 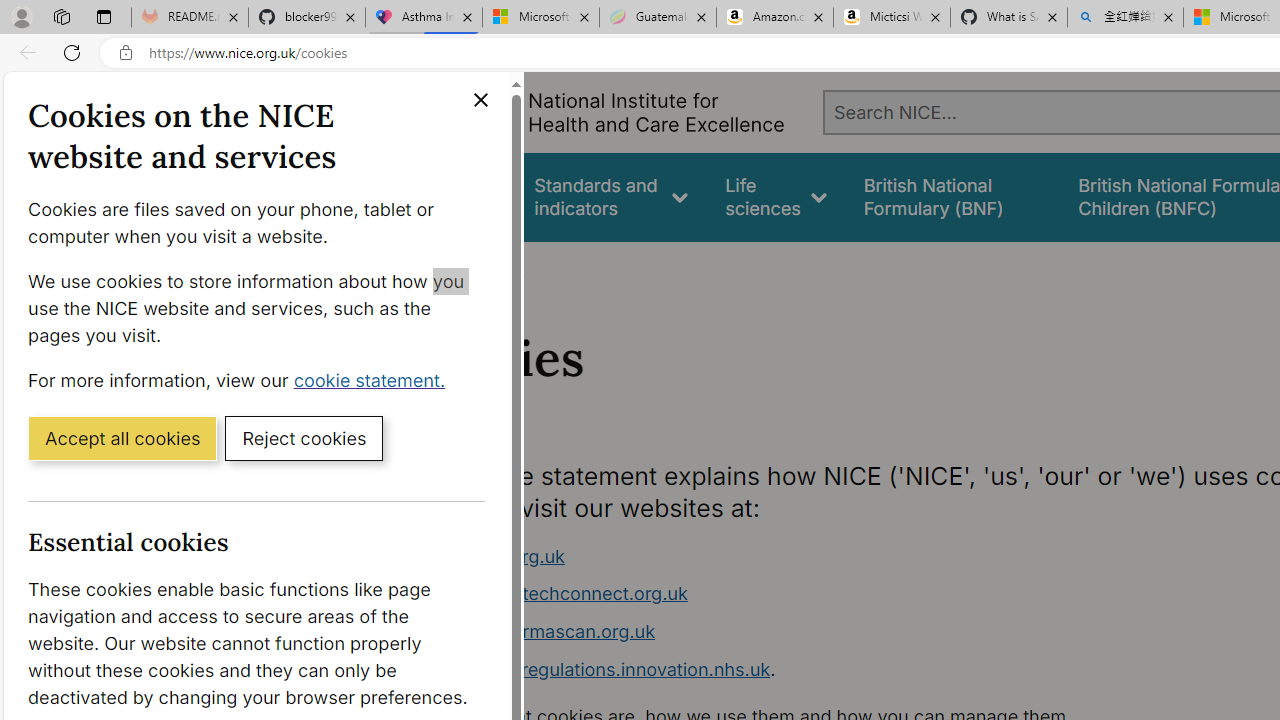 I want to click on 'Accept all cookies', so click(x=121, y=436).